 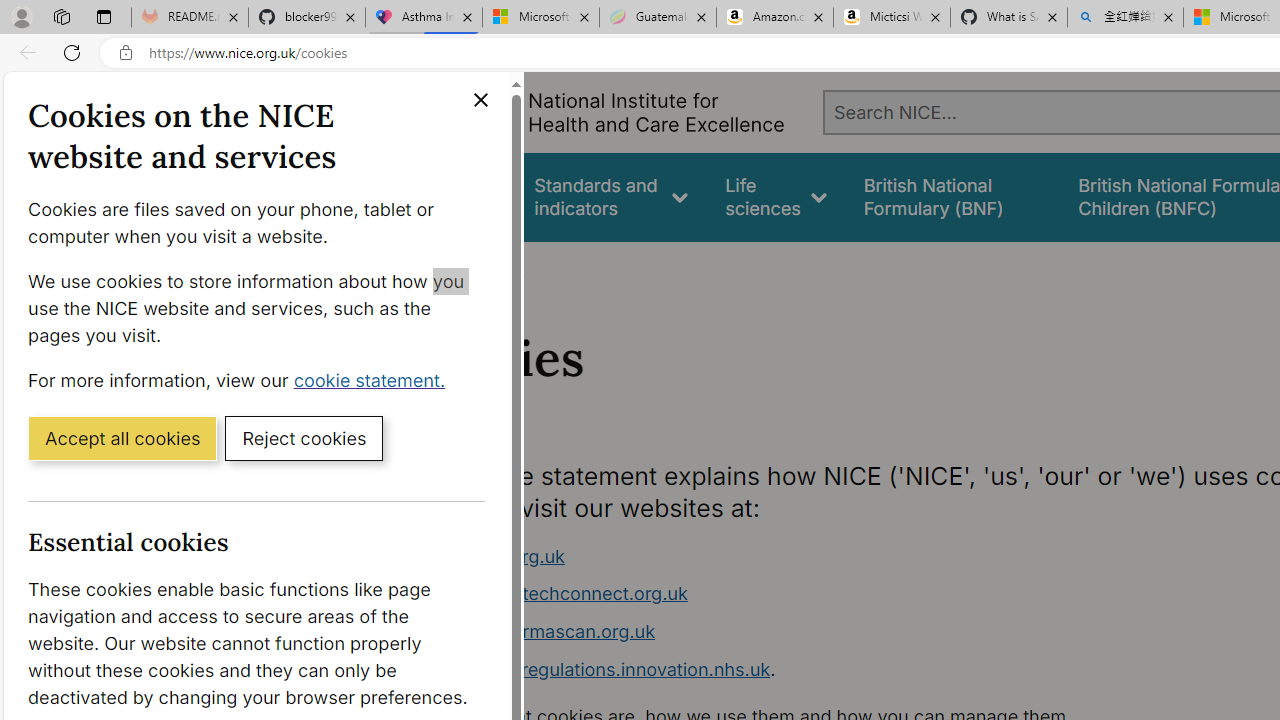 I want to click on 'Accept all cookies', so click(x=121, y=436).